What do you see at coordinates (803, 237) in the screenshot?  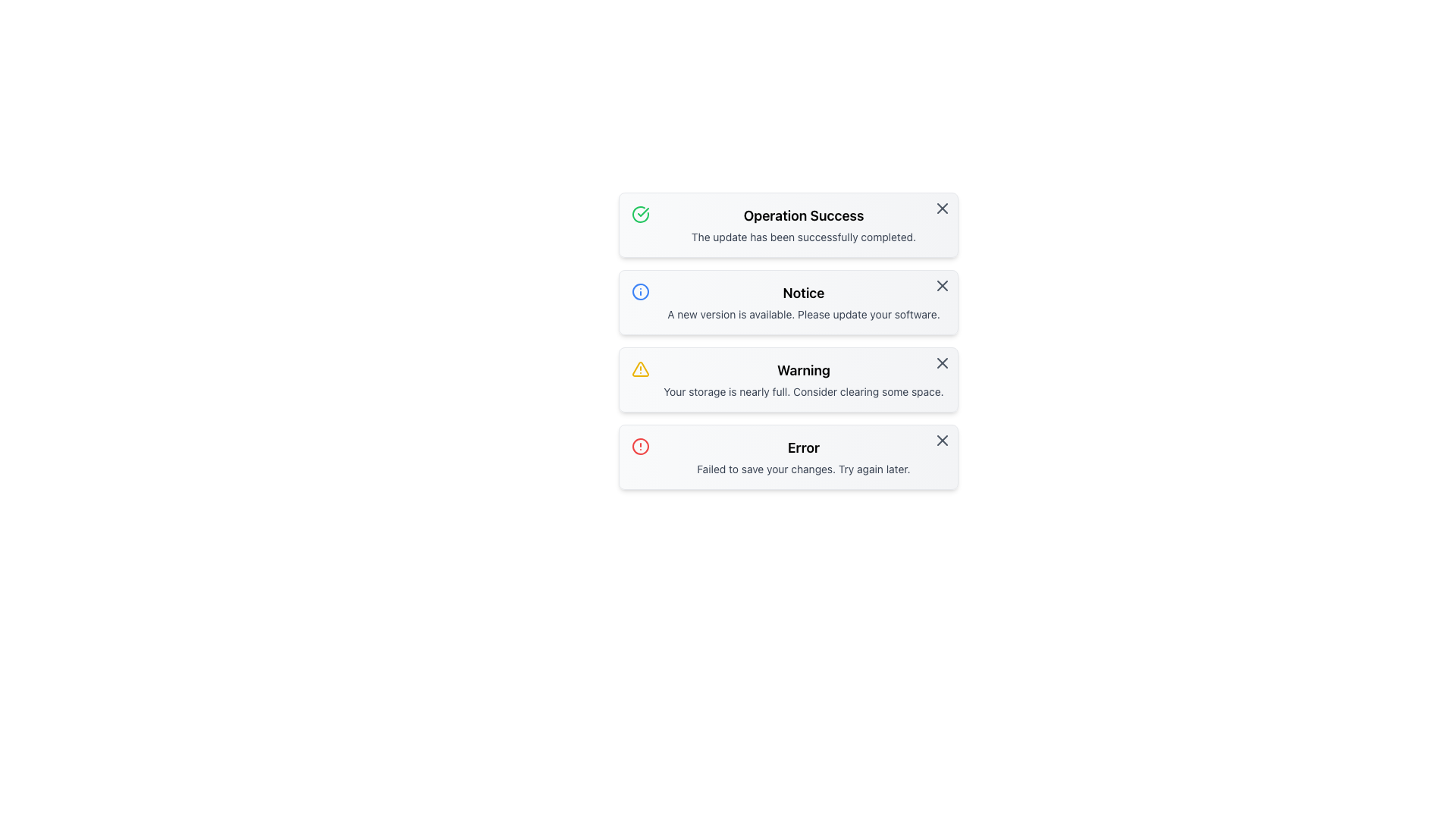 I see `the text label displaying the message 'The update has been successfully completed.' which is located below the heading 'Operation Success' in the notification box` at bounding box center [803, 237].